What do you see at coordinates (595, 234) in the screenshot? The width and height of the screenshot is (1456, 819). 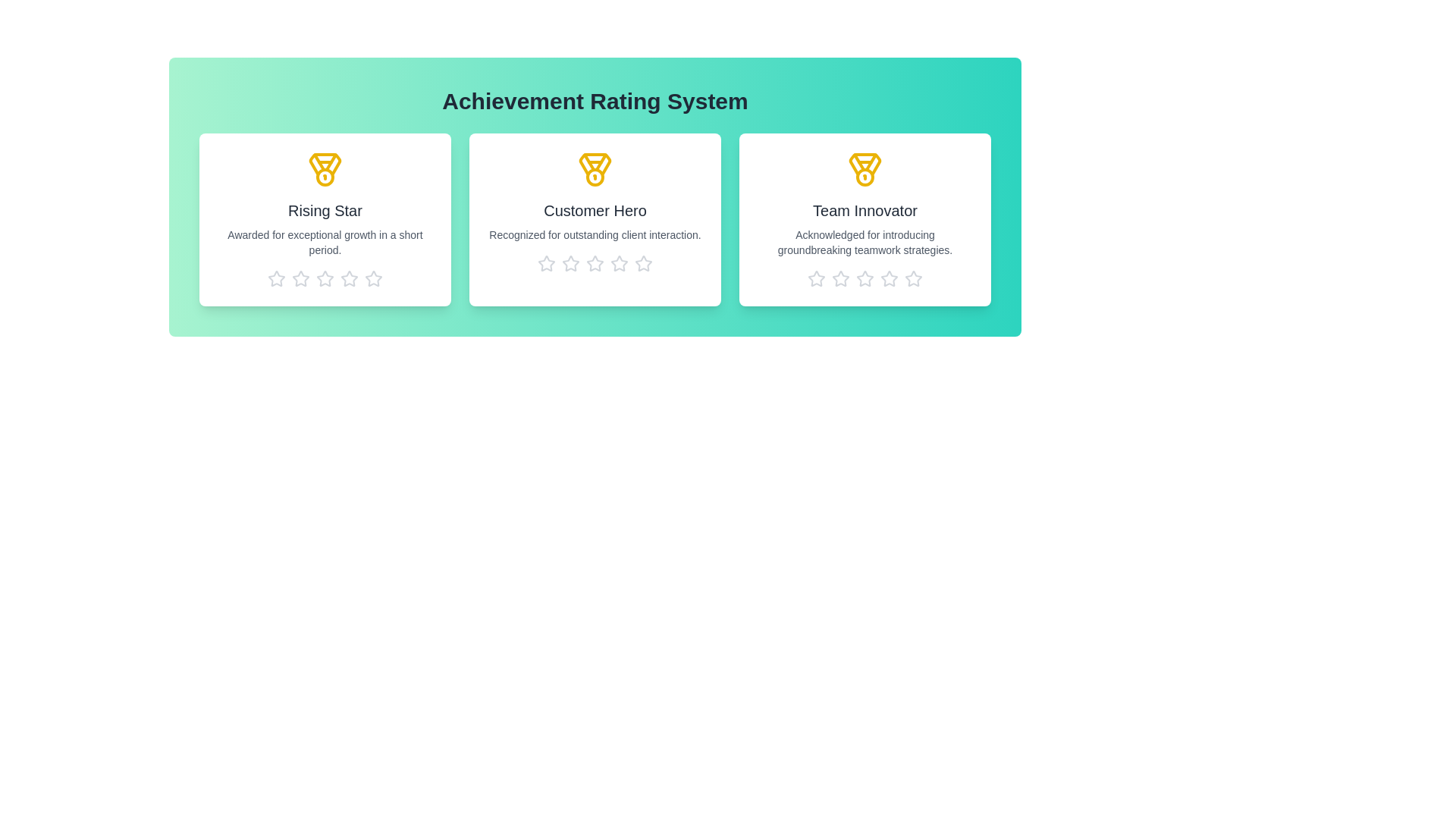 I see `the description of the achievement Customer Hero` at bounding box center [595, 234].